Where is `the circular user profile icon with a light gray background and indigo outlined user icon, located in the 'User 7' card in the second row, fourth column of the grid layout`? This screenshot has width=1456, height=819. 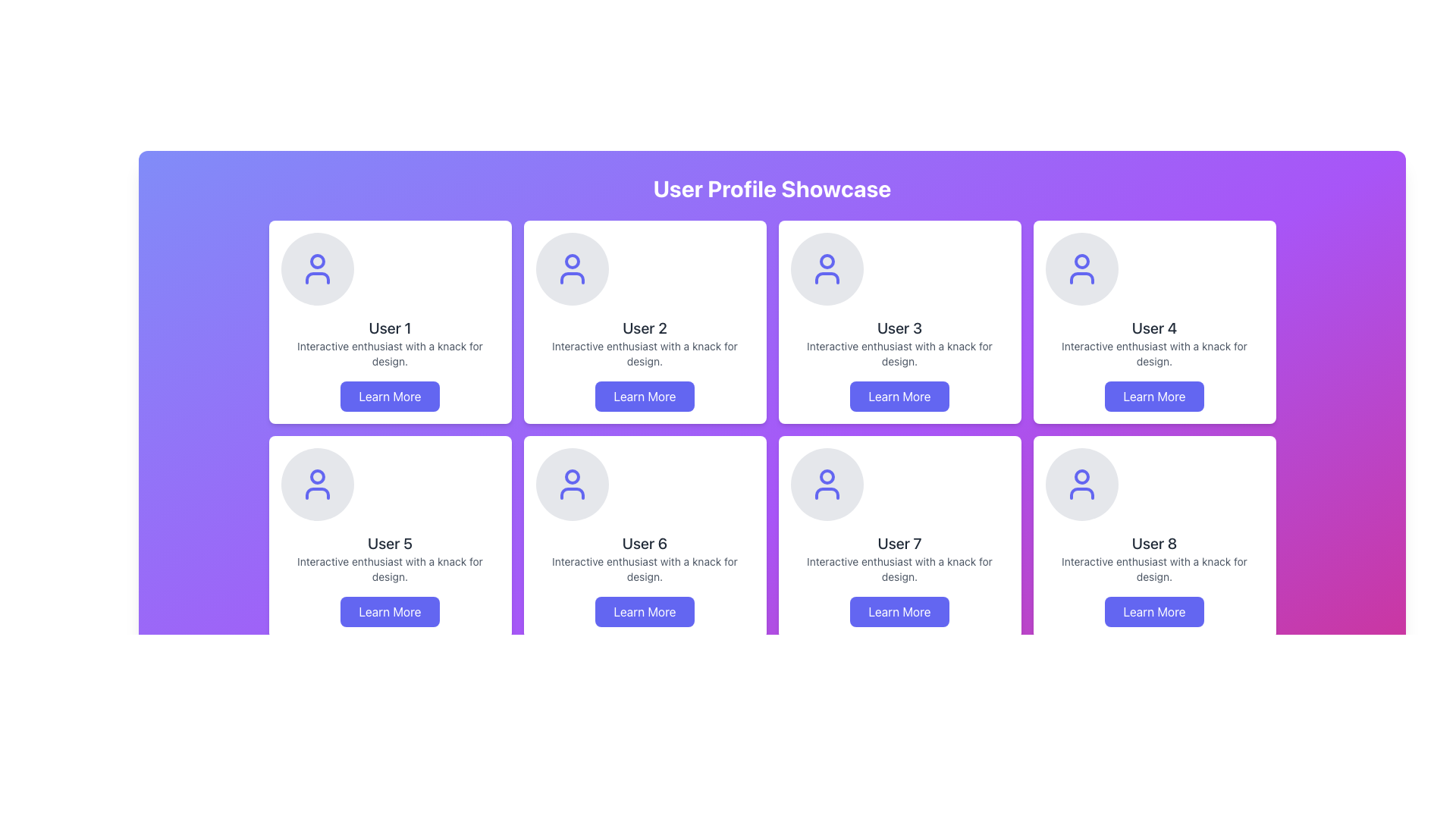 the circular user profile icon with a light gray background and indigo outlined user icon, located in the 'User 7' card in the second row, fourth column of the grid layout is located at coordinates (826, 485).